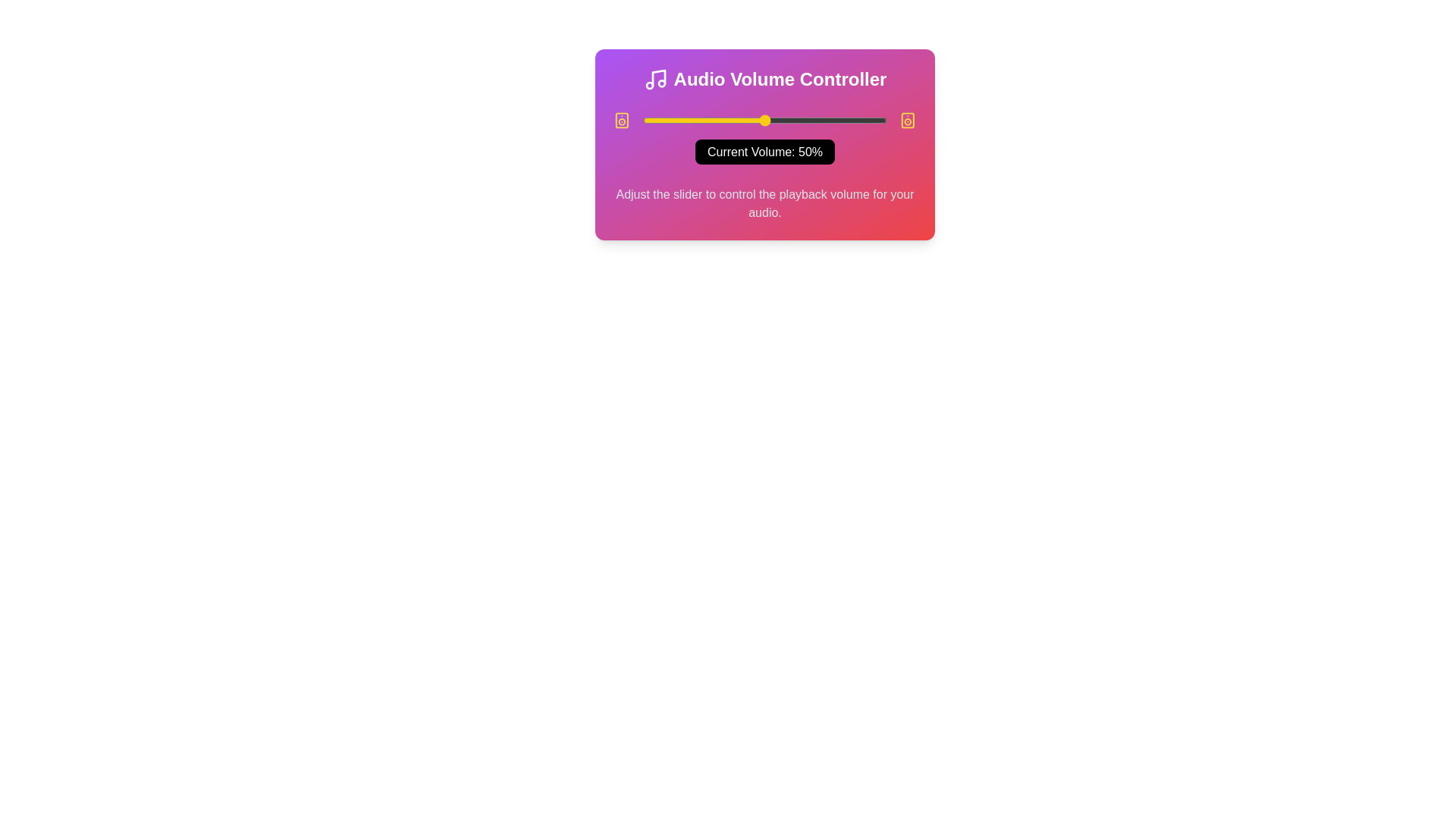 Image resolution: width=1456 pixels, height=819 pixels. Describe the element at coordinates (789, 119) in the screenshot. I see `the slider to set the volume to 60%` at that location.